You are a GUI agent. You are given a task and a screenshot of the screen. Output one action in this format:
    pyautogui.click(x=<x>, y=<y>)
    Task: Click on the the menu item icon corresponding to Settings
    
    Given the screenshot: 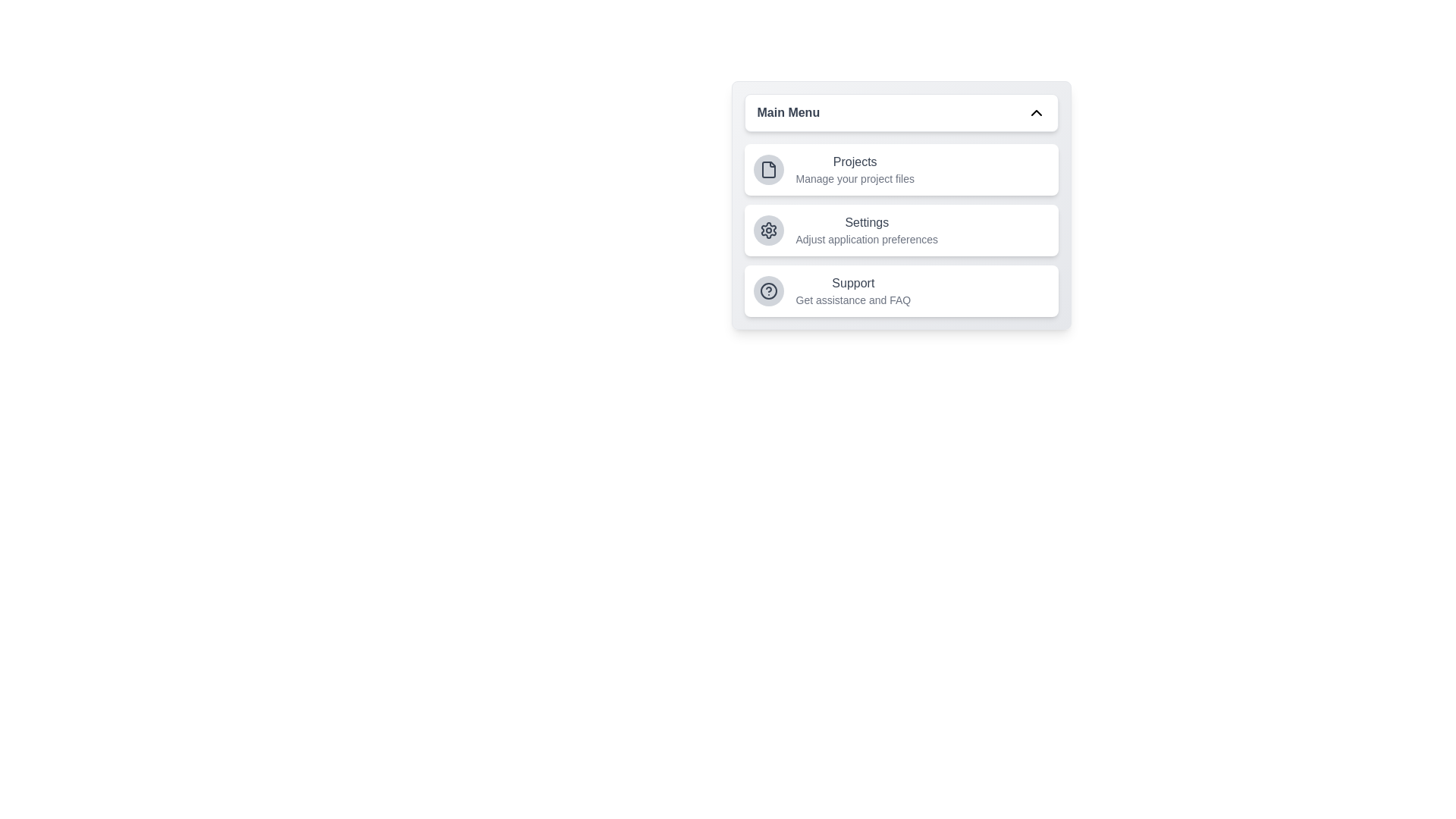 What is the action you would take?
    pyautogui.click(x=768, y=231)
    